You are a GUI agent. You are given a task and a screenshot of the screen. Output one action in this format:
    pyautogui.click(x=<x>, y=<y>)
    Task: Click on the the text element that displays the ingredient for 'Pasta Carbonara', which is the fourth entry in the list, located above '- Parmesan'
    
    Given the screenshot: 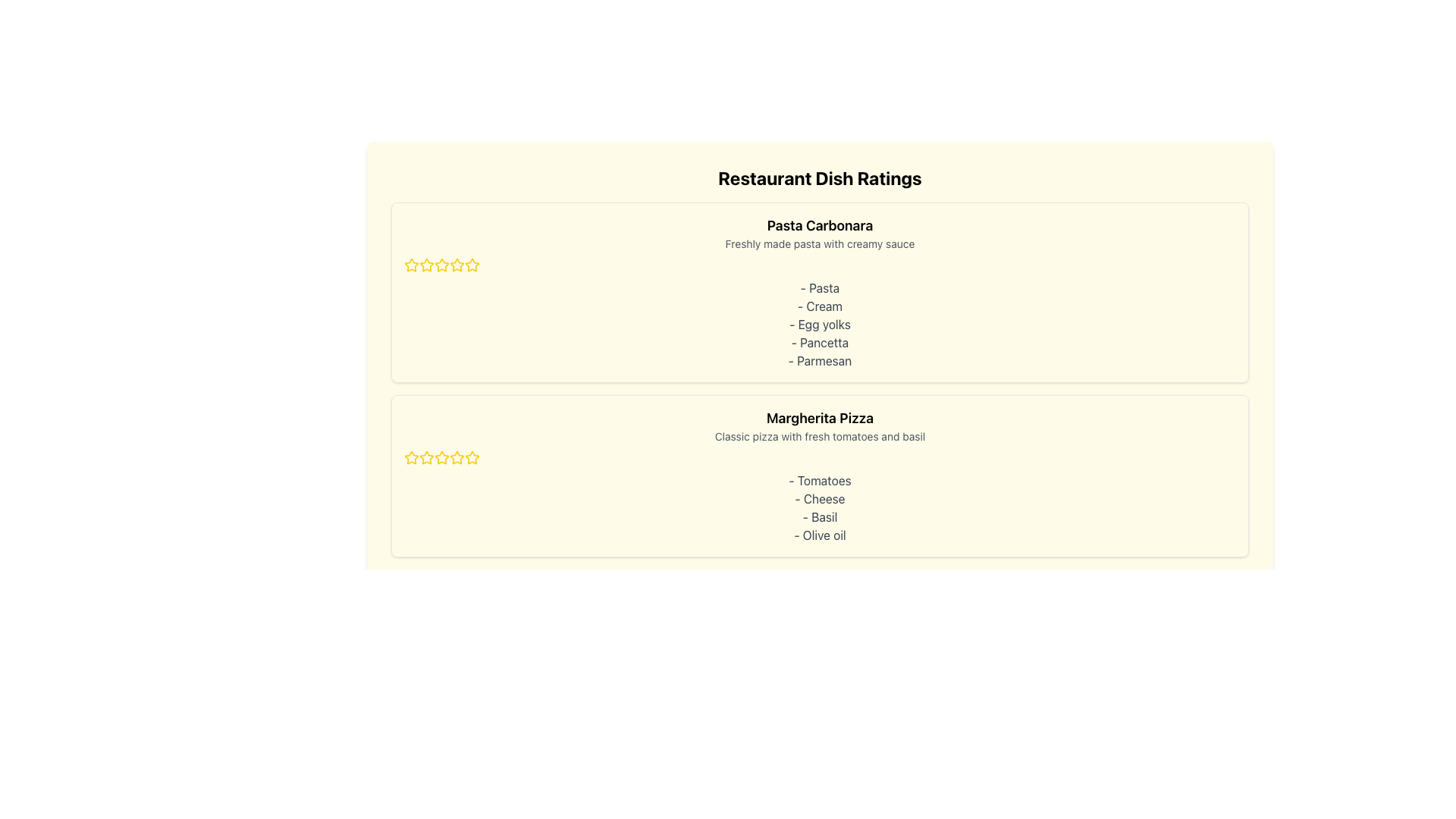 What is the action you would take?
    pyautogui.click(x=819, y=342)
    